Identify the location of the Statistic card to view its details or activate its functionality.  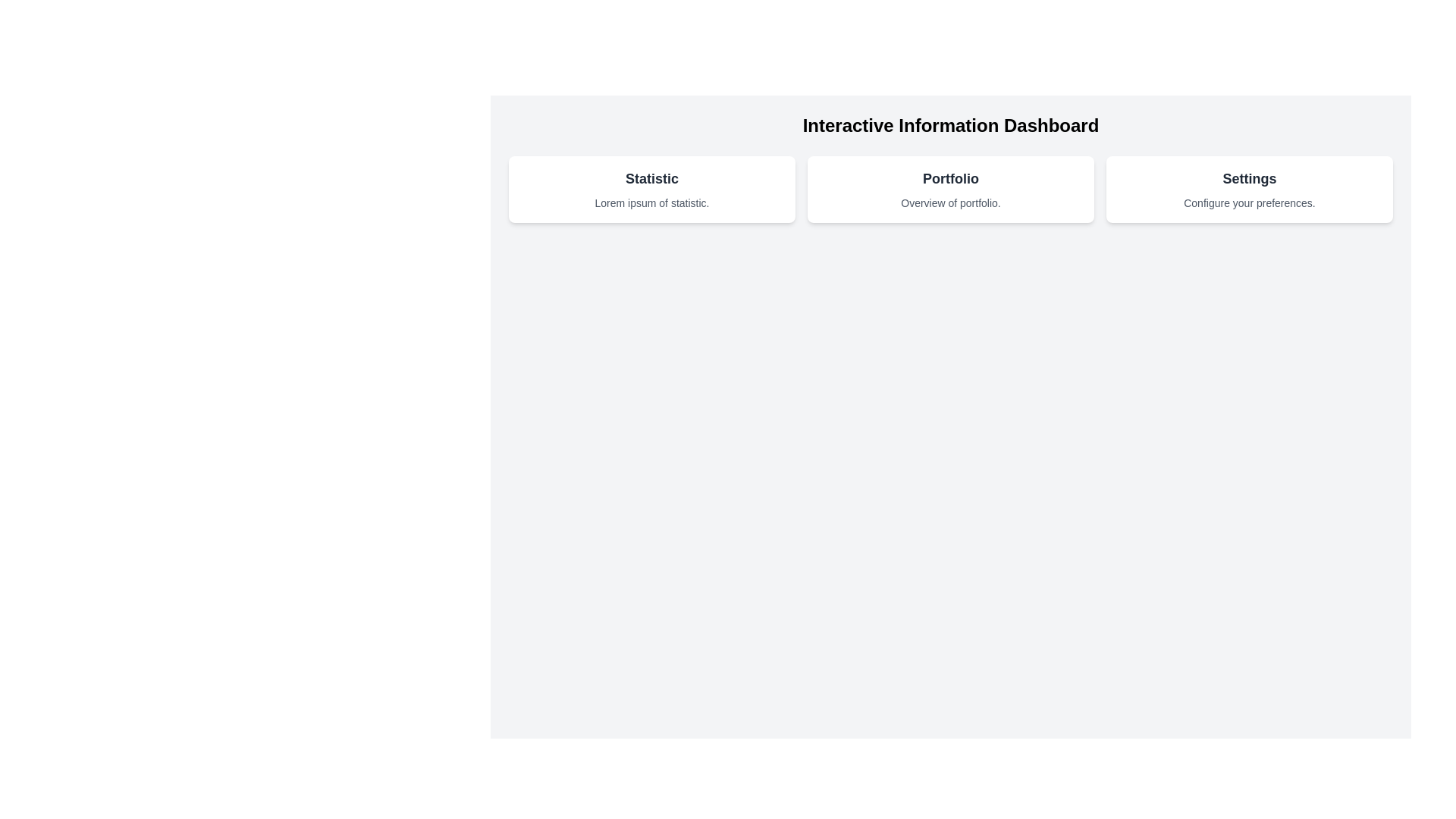
(651, 189).